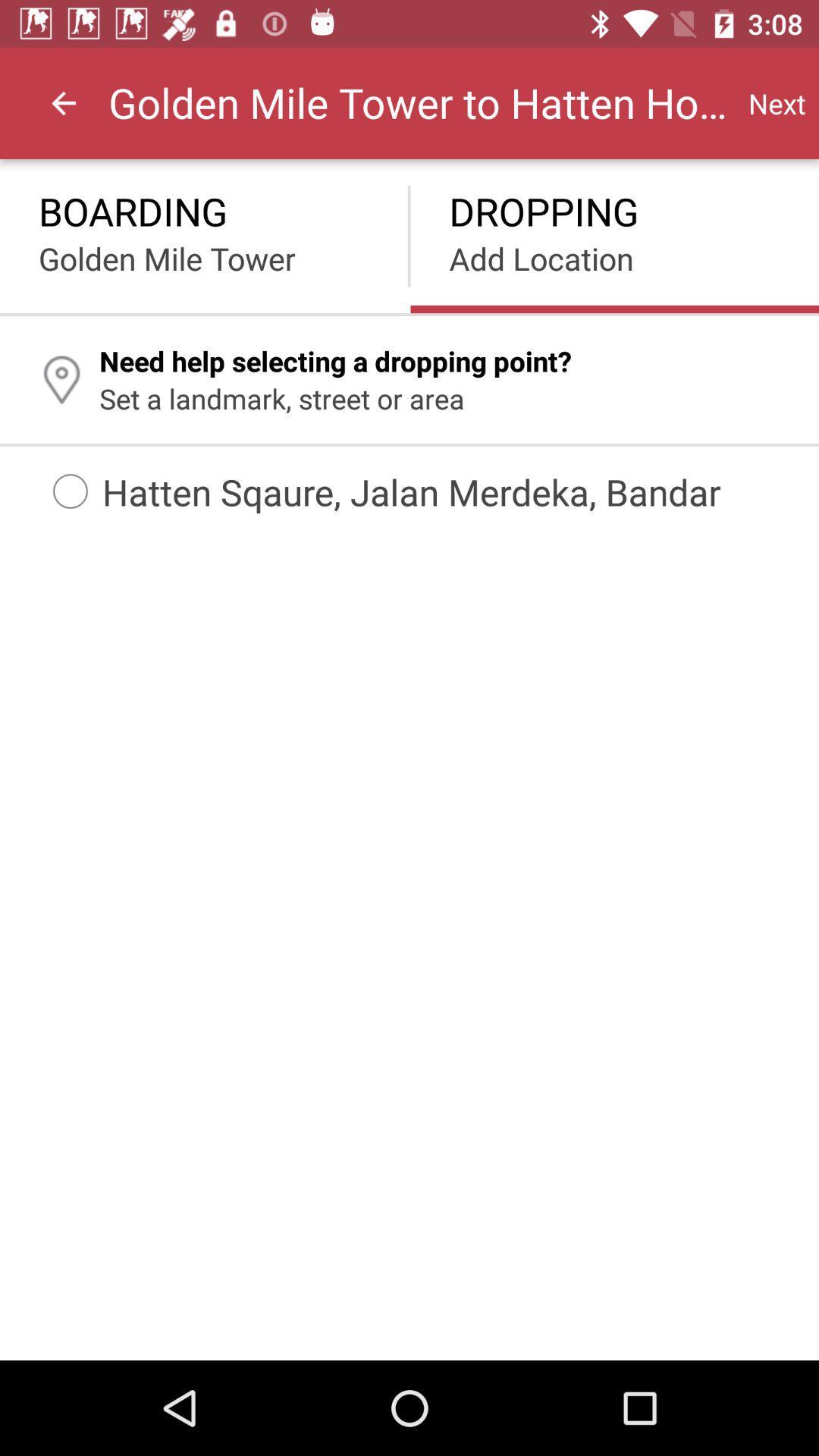 The image size is (819, 1456). Describe the element at coordinates (63, 102) in the screenshot. I see `the item to the left of the golden mile tower icon` at that location.